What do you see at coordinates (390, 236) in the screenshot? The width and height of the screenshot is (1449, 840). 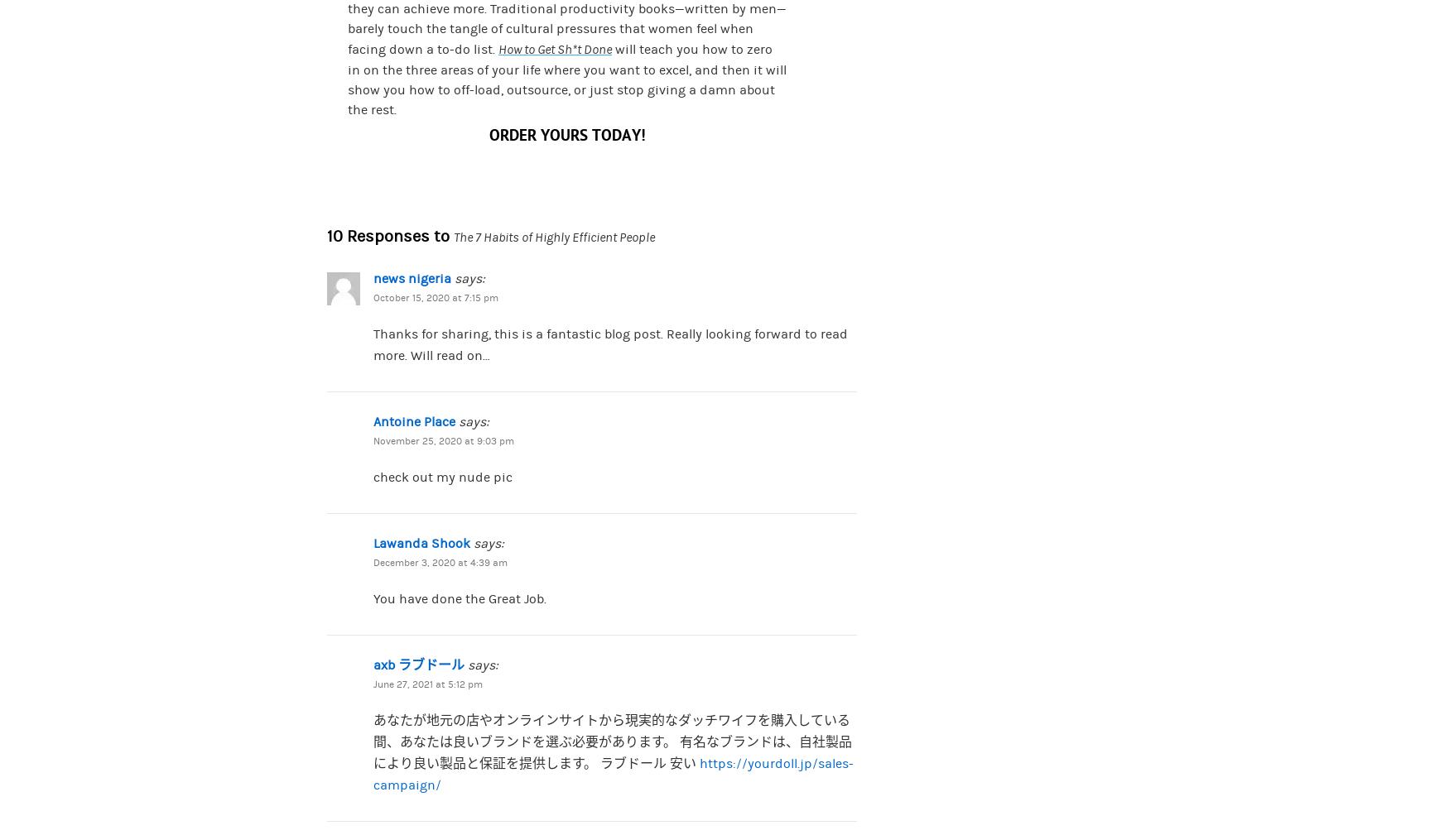 I see `'10 Responses to'` at bounding box center [390, 236].